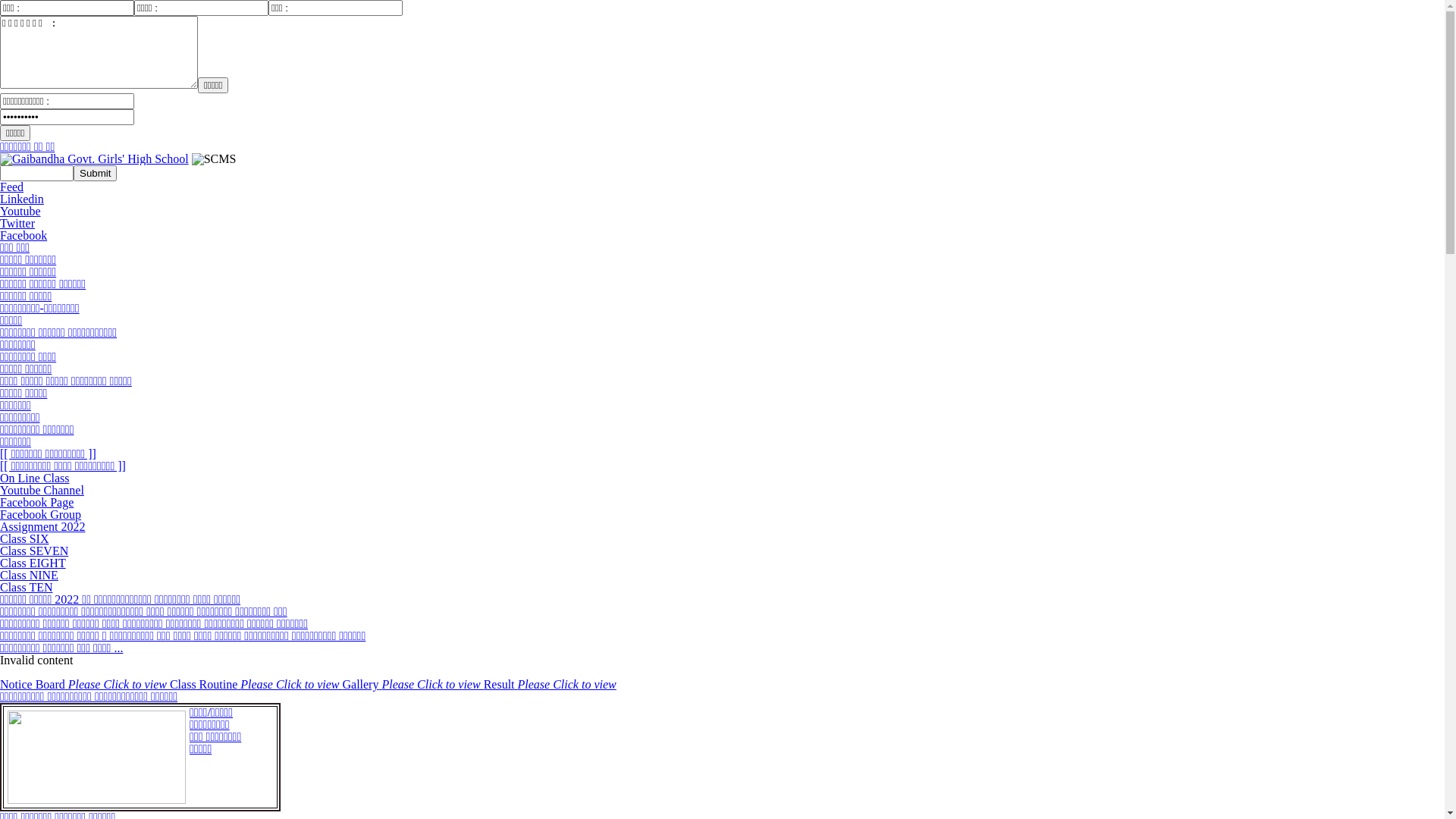 The height and width of the screenshot is (819, 1456). What do you see at coordinates (35, 478) in the screenshot?
I see `'On Line Class'` at bounding box center [35, 478].